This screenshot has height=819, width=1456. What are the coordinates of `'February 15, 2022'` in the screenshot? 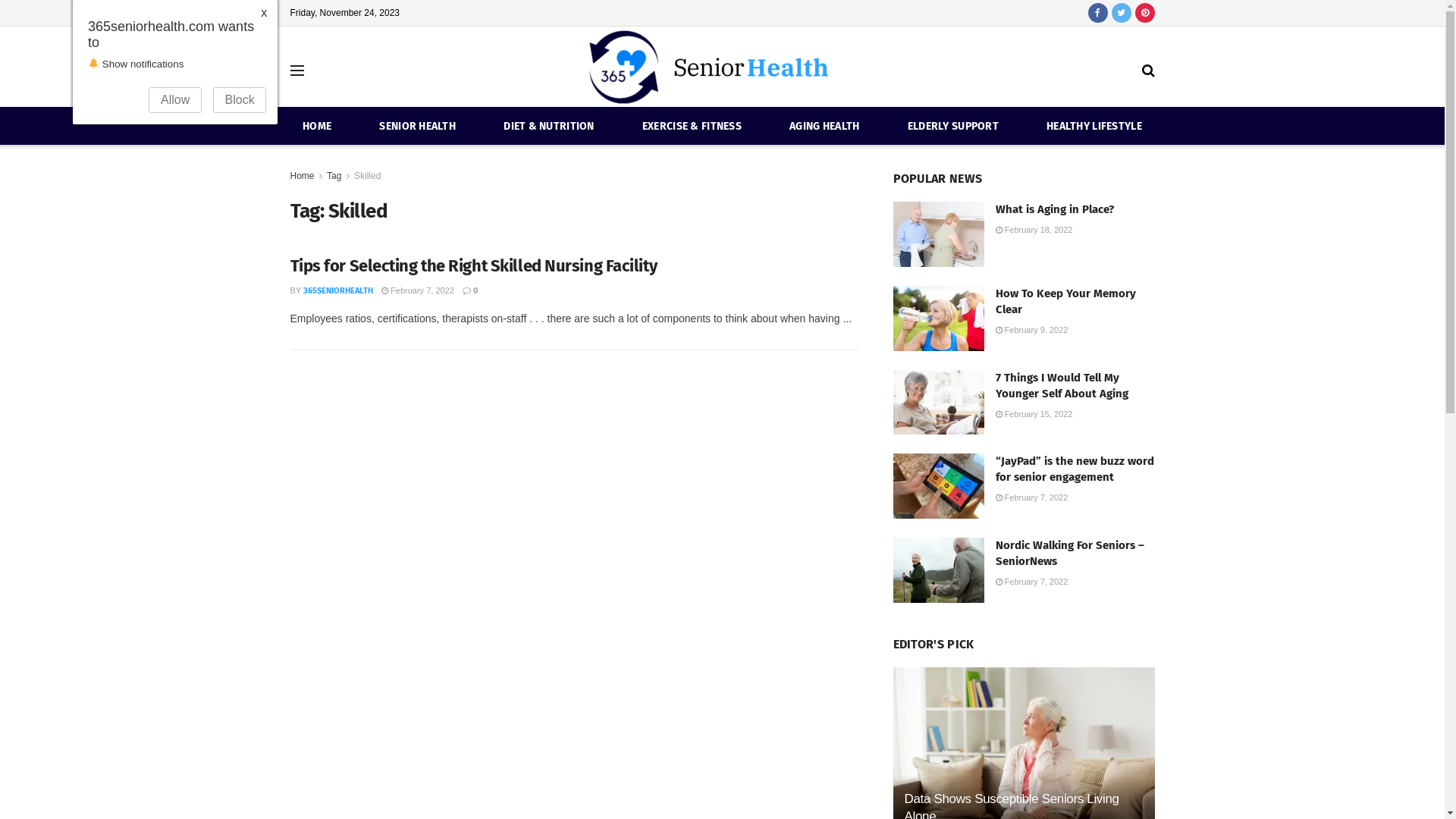 It's located at (1033, 414).